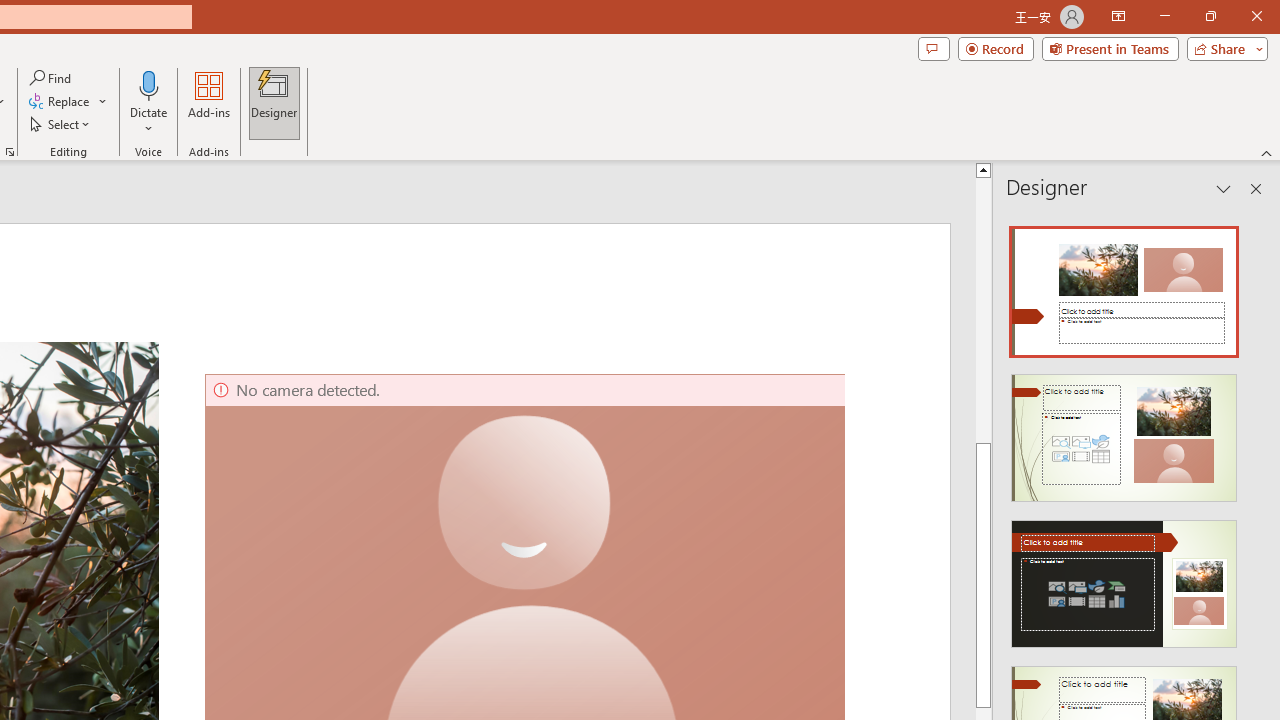 The width and height of the screenshot is (1280, 720). Describe the element at coordinates (1223, 189) in the screenshot. I see `'Task Pane Options'` at that location.